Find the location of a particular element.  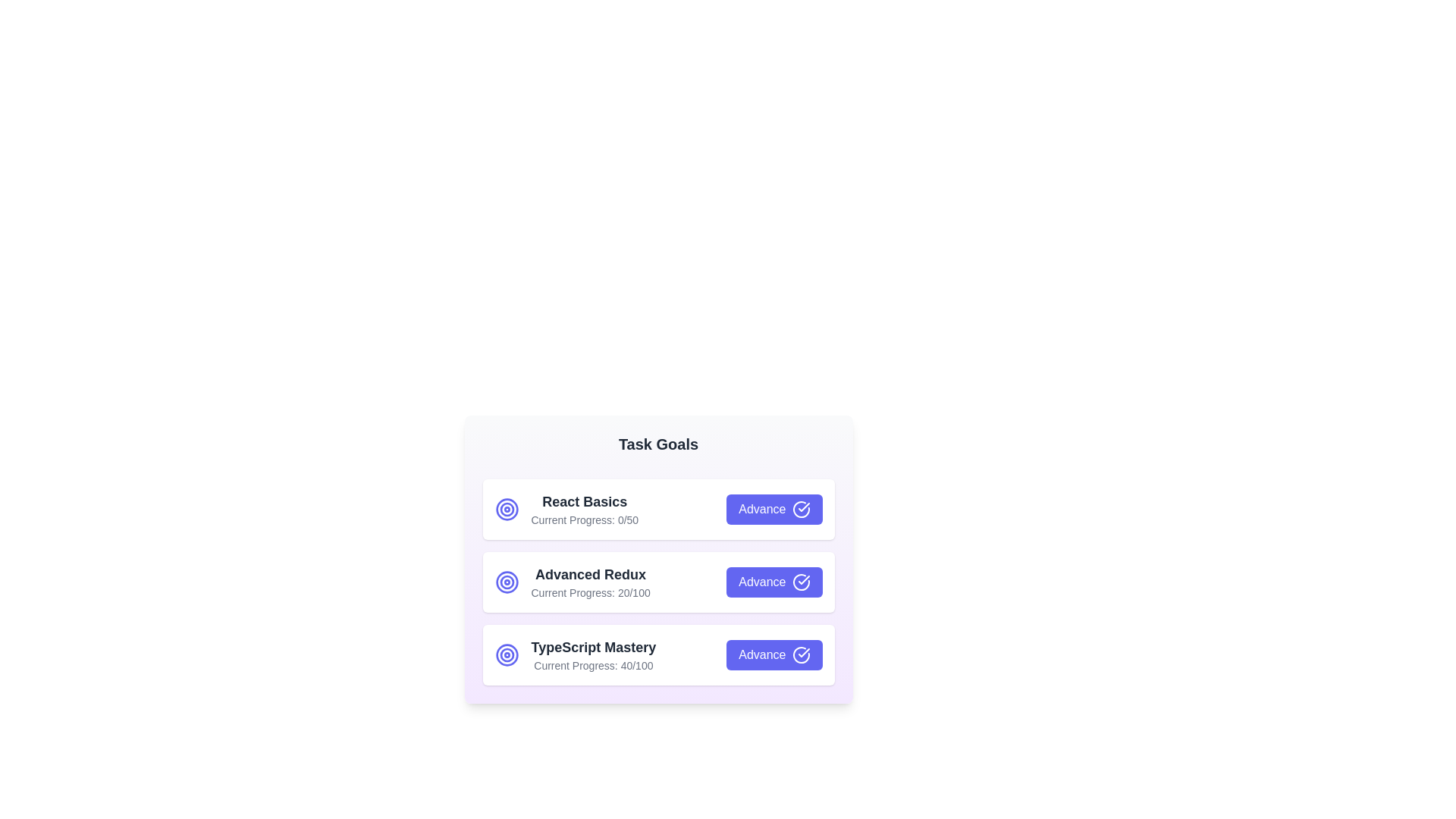

the text label displaying 'Current Progress: 0/50', which is located below the title 'React Basics' is located at coordinates (584, 519).